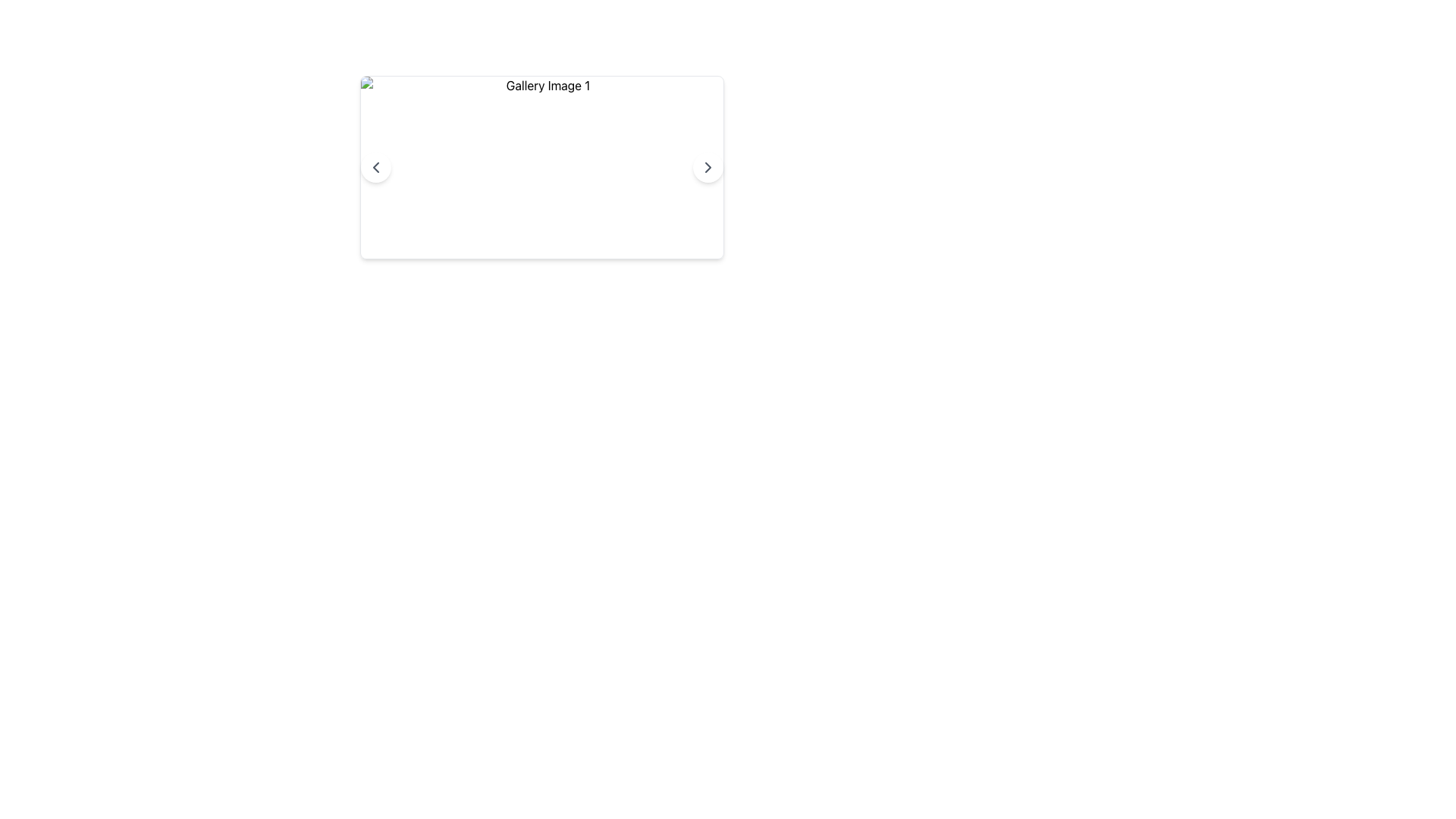 The width and height of the screenshot is (1456, 819). What do you see at coordinates (708, 167) in the screenshot?
I see `the right arrow button` at bounding box center [708, 167].